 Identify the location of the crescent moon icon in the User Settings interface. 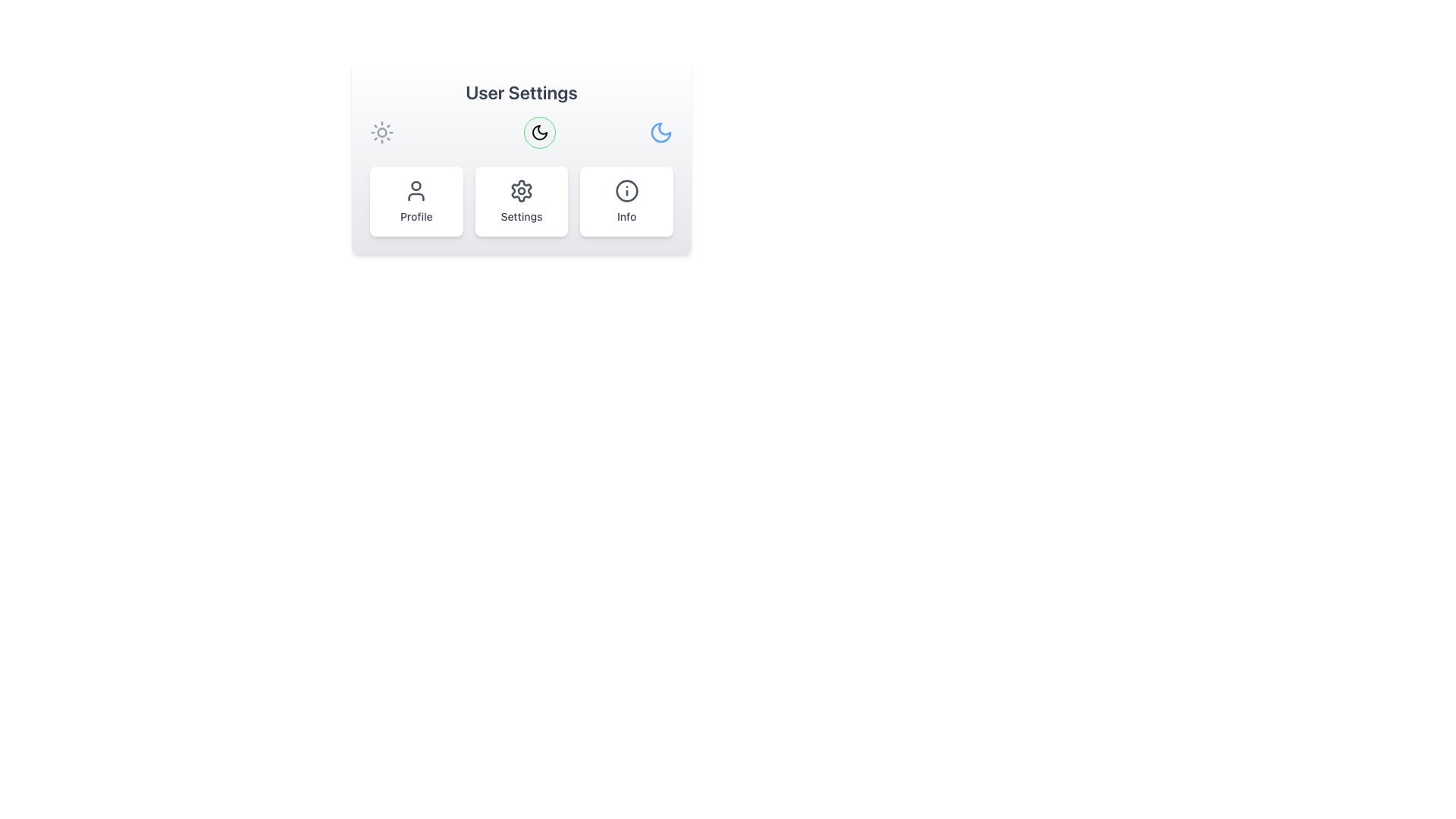
(539, 131).